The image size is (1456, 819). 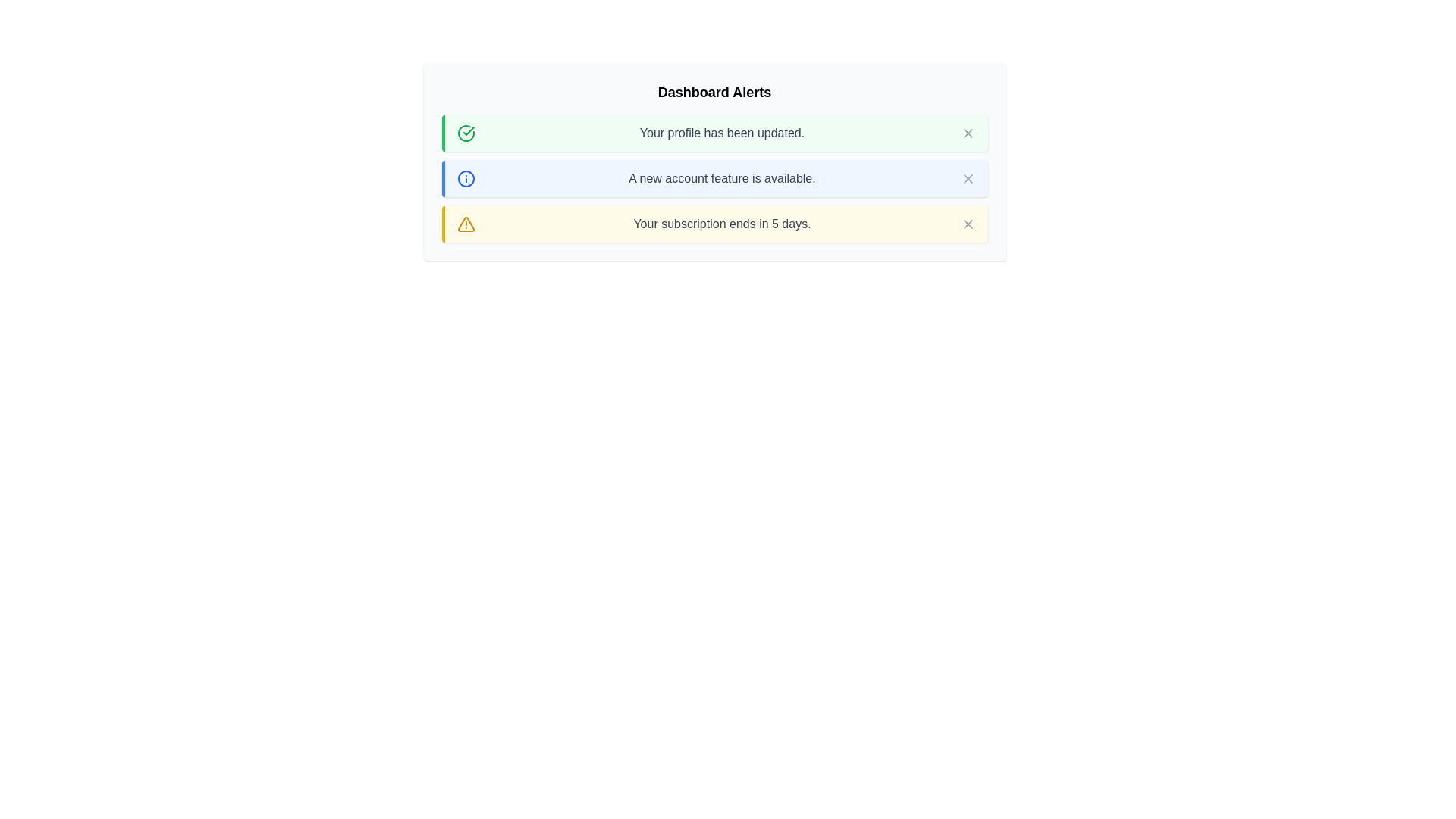 What do you see at coordinates (967, 177) in the screenshot?
I see `the 'X' icon on the far right of the notification panel` at bounding box center [967, 177].